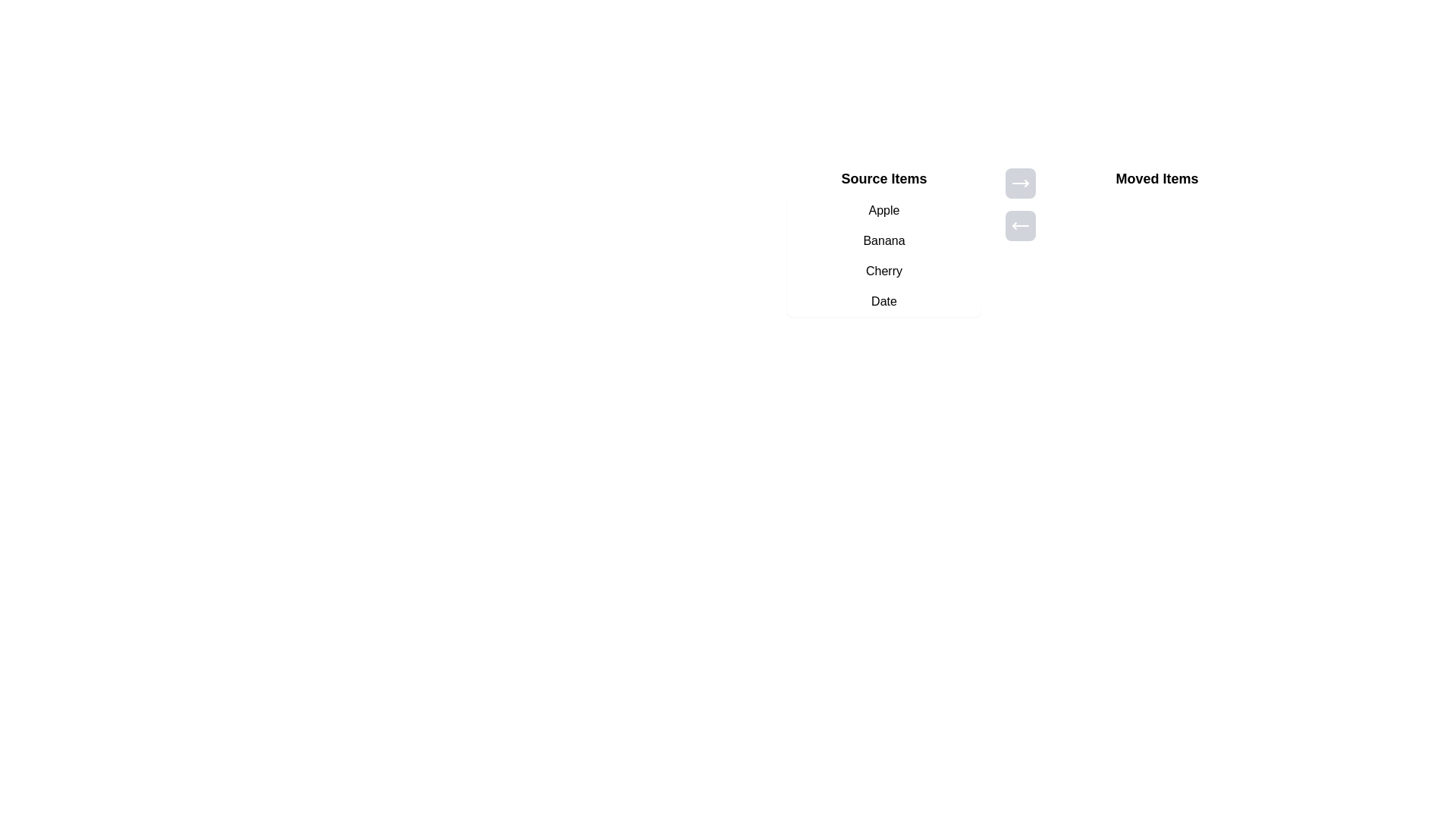 This screenshot has width=1456, height=819. Describe the element at coordinates (884, 271) in the screenshot. I see `the third list item with the text 'Cherry' located under the 'Source Items' heading to trigger the hover effect` at that location.